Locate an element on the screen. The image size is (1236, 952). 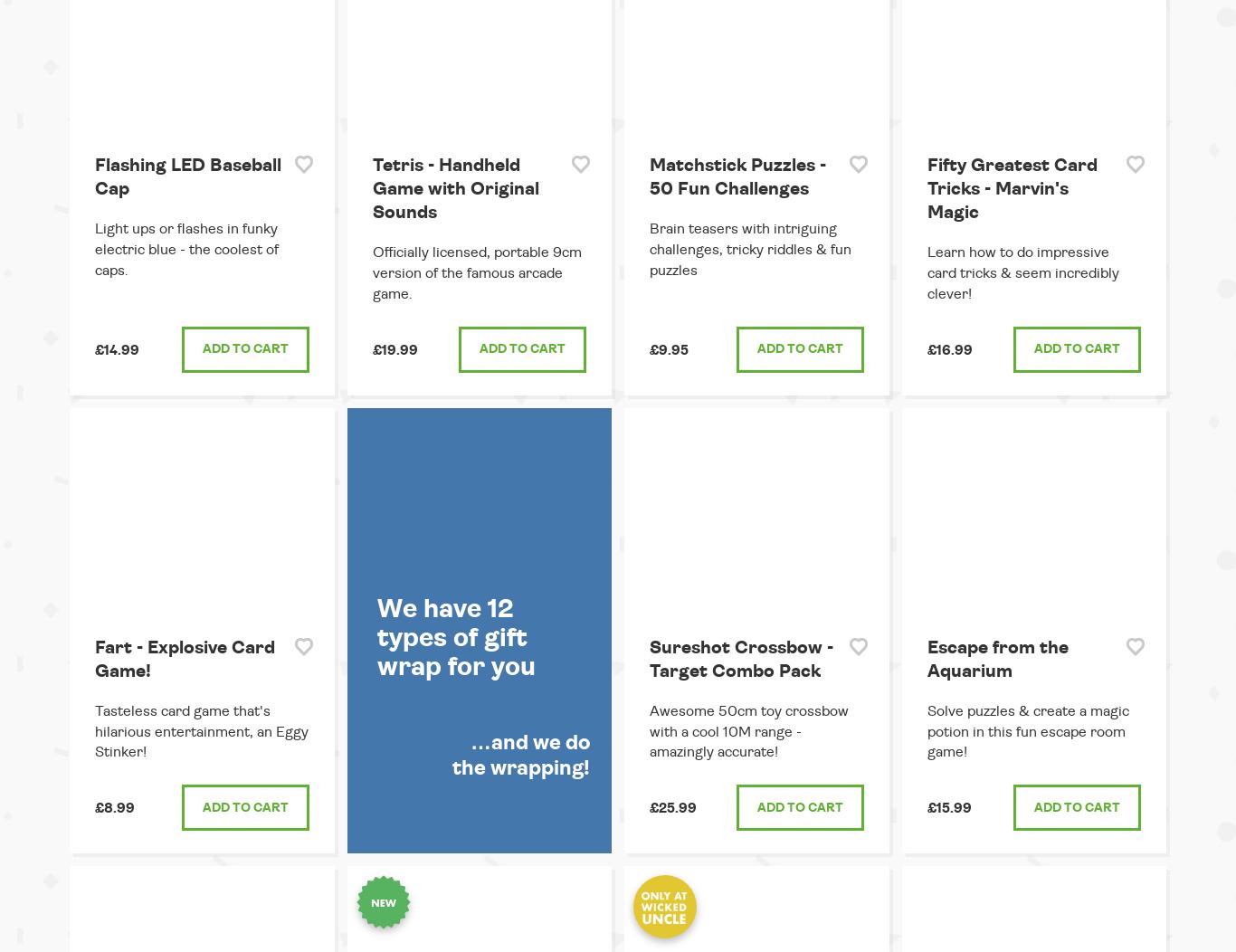
'Matchstick Puzzles - 50 Fun Challenges' is located at coordinates (737, 176).